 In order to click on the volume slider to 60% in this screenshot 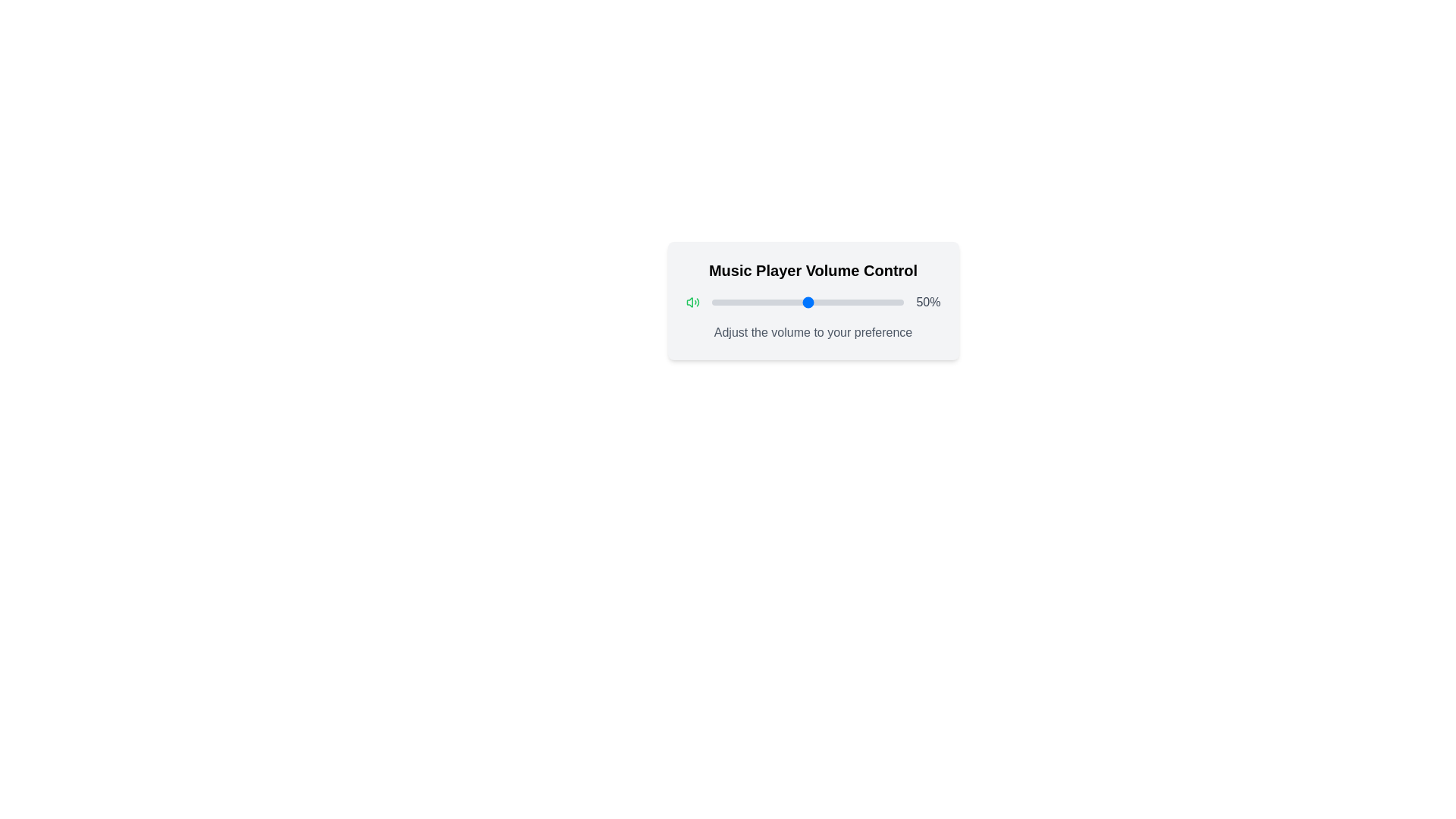, I will do `click(826, 302)`.